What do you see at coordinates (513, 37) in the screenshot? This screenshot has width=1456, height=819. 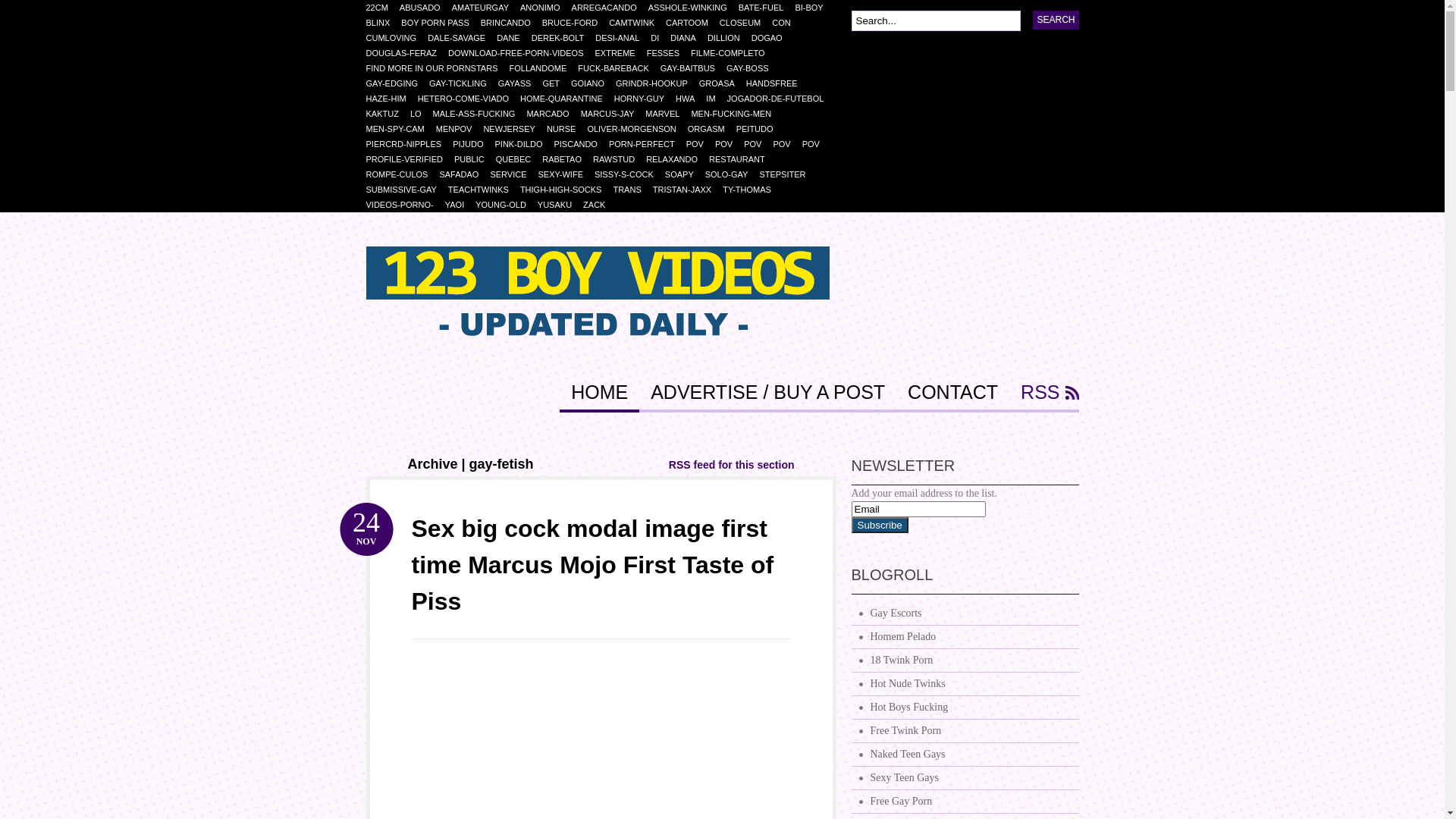 I see `'DANE'` at bounding box center [513, 37].